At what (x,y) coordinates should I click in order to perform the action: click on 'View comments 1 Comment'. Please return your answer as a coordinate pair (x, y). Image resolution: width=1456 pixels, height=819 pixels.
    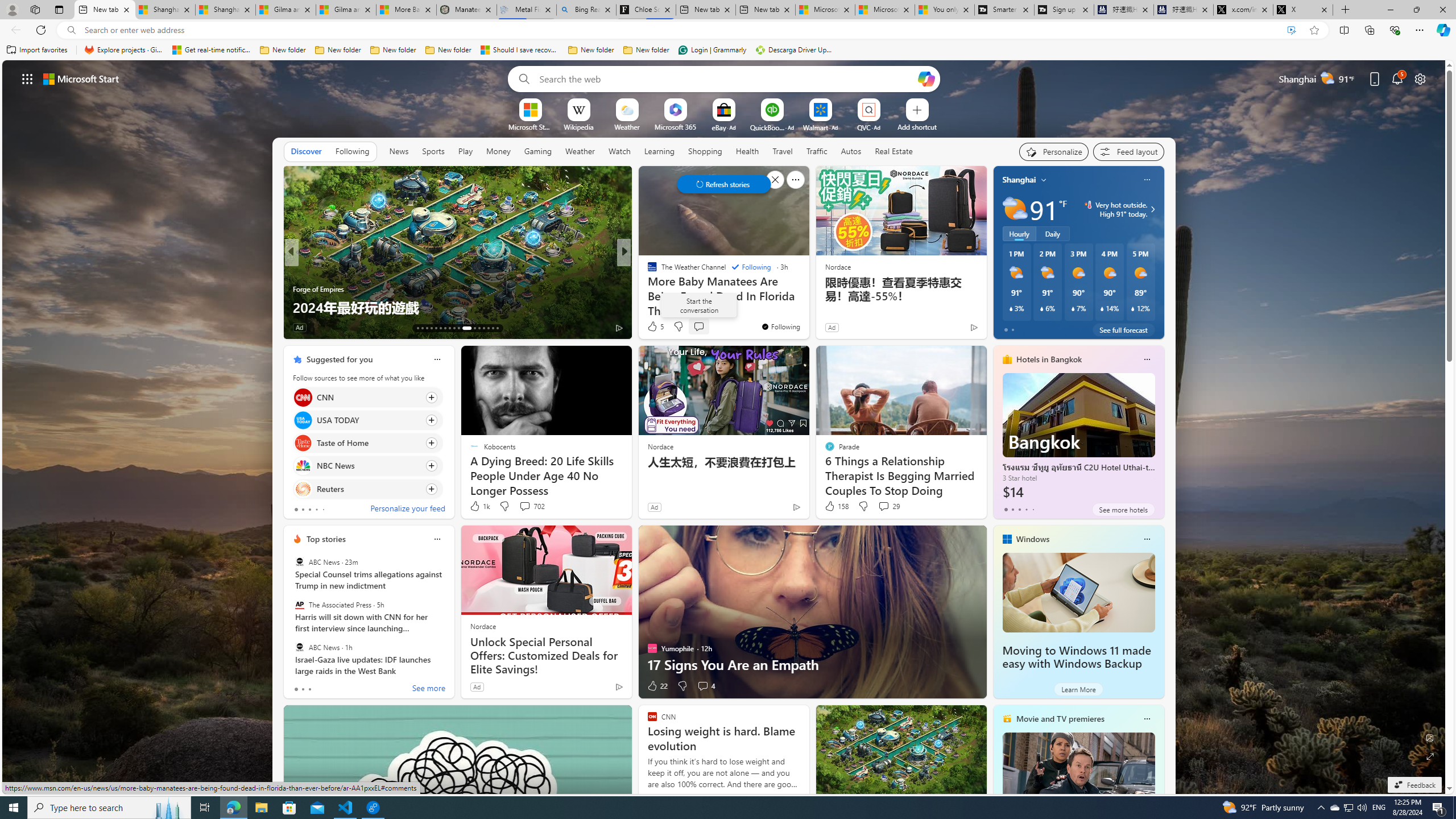
    Looking at the image, I should click on (702, 327).